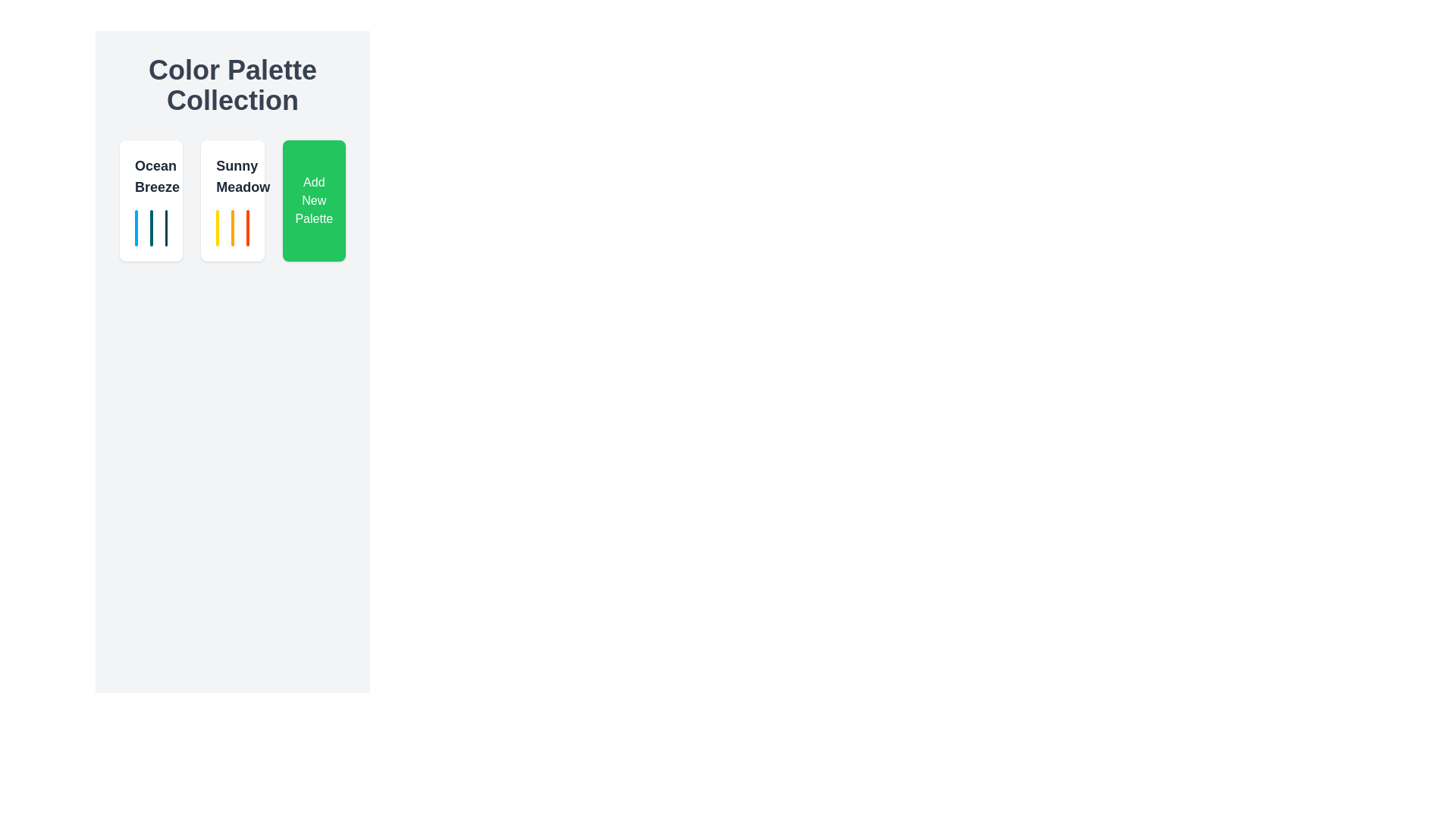 The height and width of the screenshot is (819, 1456). Describe the element at coordinates (303, 200) in the screenshot. I see `the center of the circular icon located within the green card labeled 'Add New Palette', which is the rightmost card under the 'Color Palette Collection' heading` at that location.